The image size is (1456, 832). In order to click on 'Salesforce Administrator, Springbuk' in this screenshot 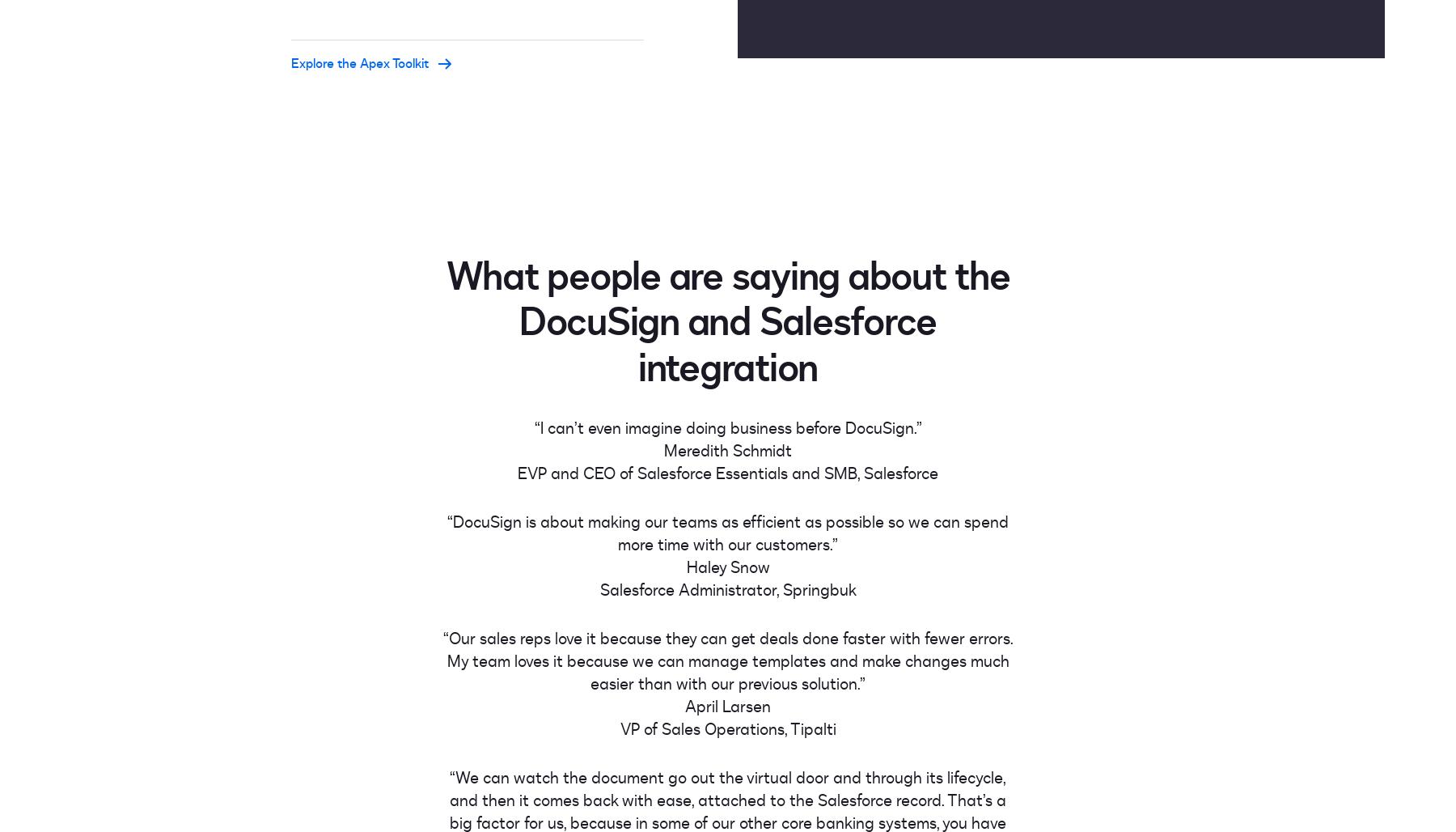, I will do `click(727, 588)`.